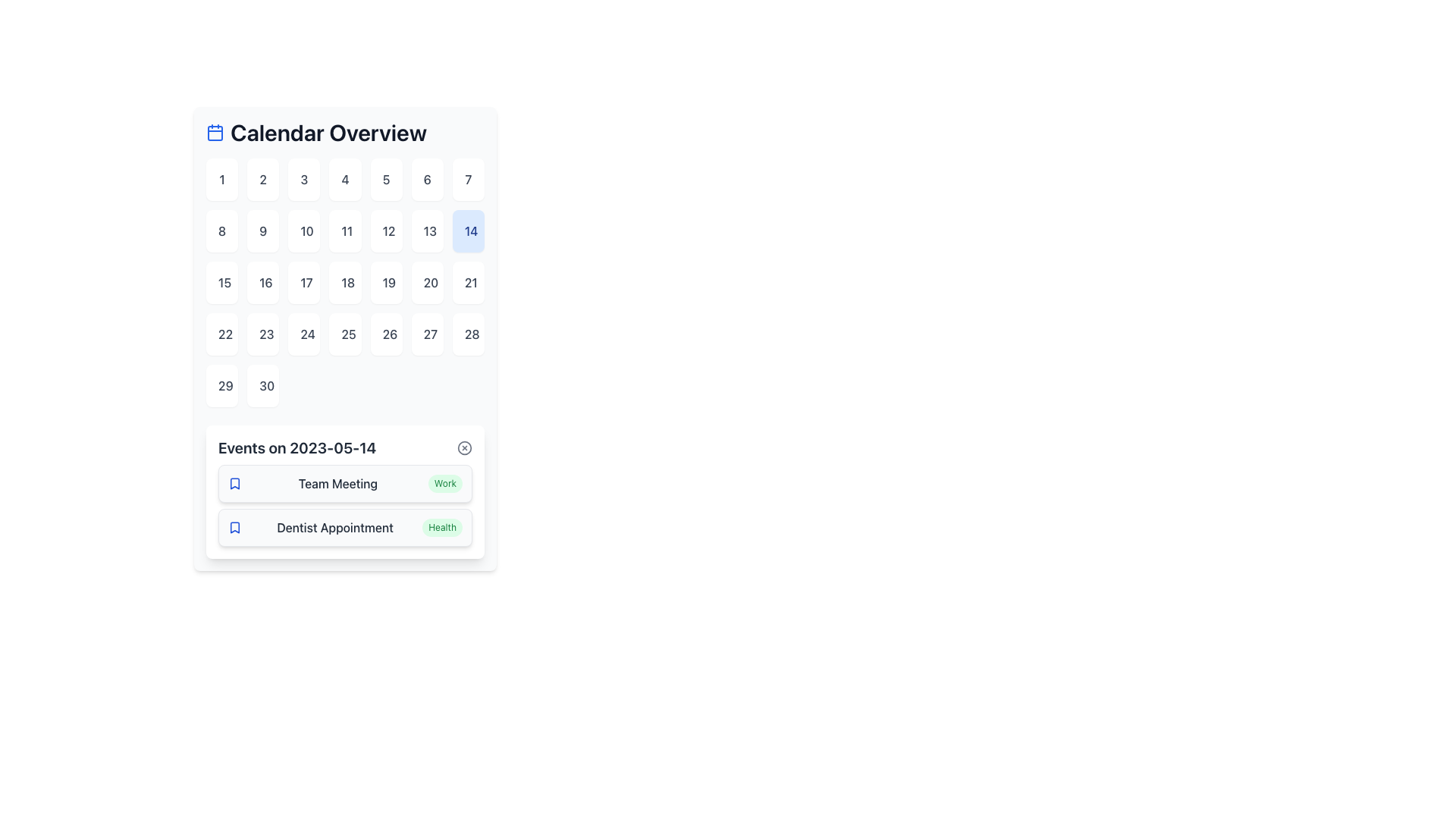 The height and width of the screenshot is (819, 1456). What do you see at coordinates (263, 283) in the screenshot?
I see `the square button with a white background and bold number '16'` at bounding box center [263, 283].